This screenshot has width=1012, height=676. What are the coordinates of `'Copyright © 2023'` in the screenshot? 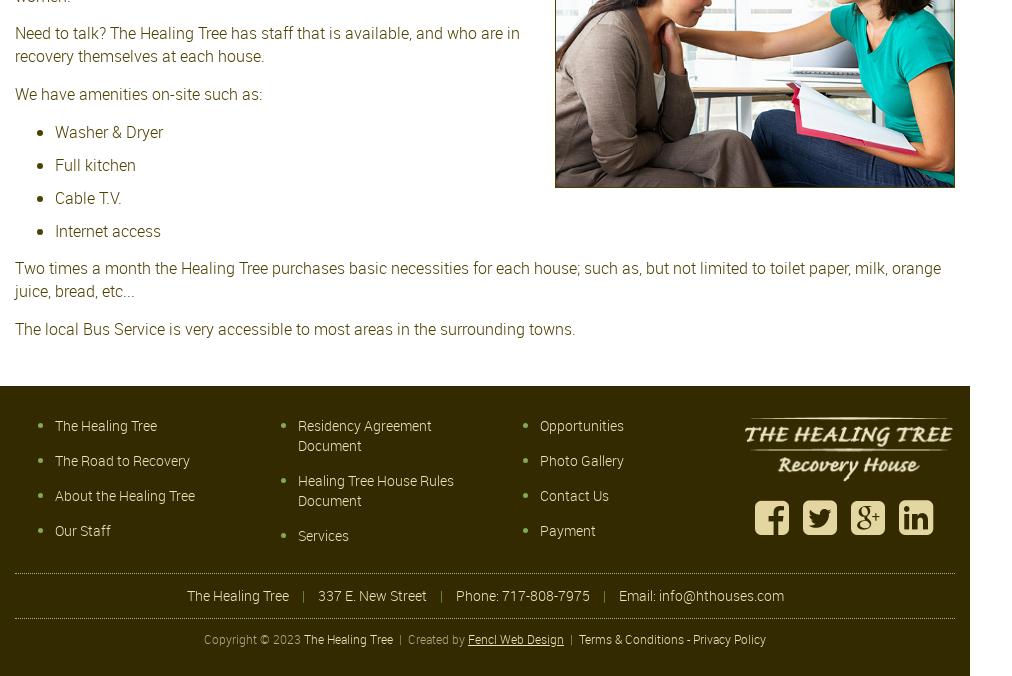 It's located at (204, 638).